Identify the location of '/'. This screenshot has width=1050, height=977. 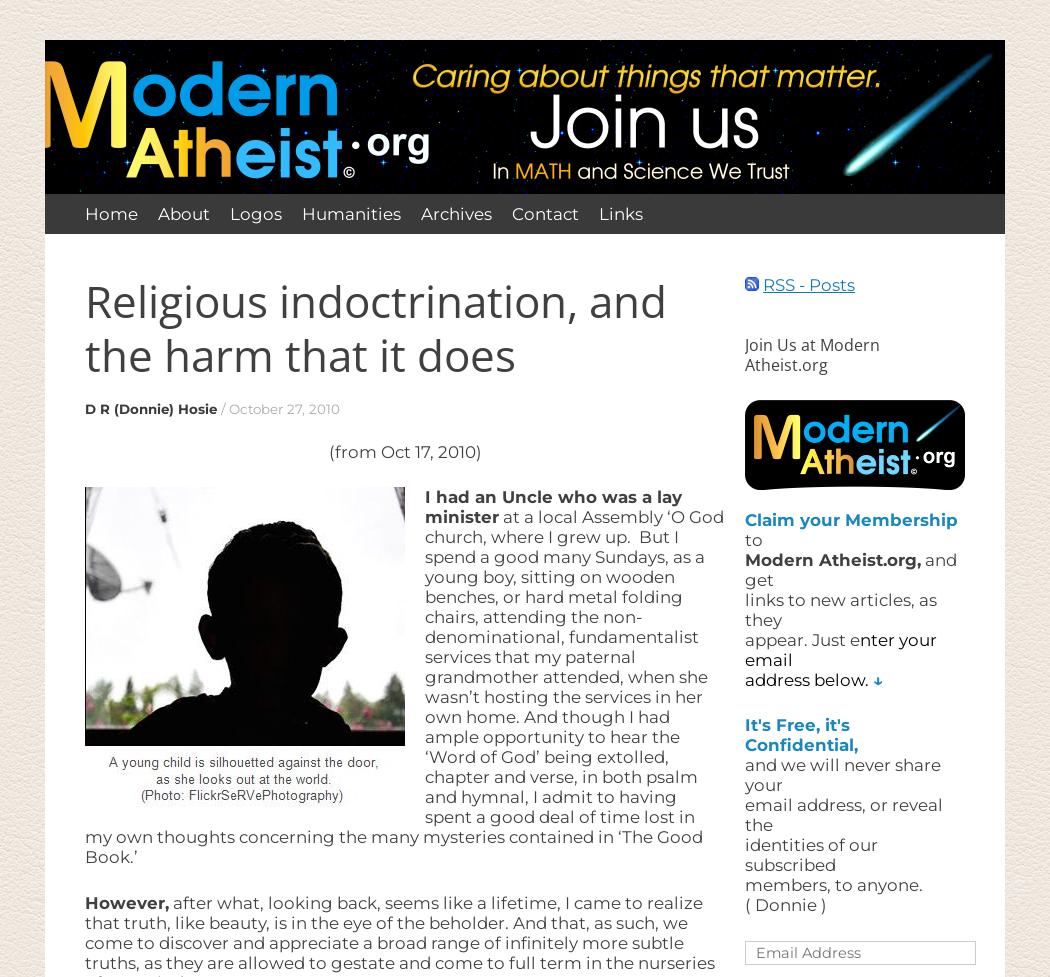
(222, 408).